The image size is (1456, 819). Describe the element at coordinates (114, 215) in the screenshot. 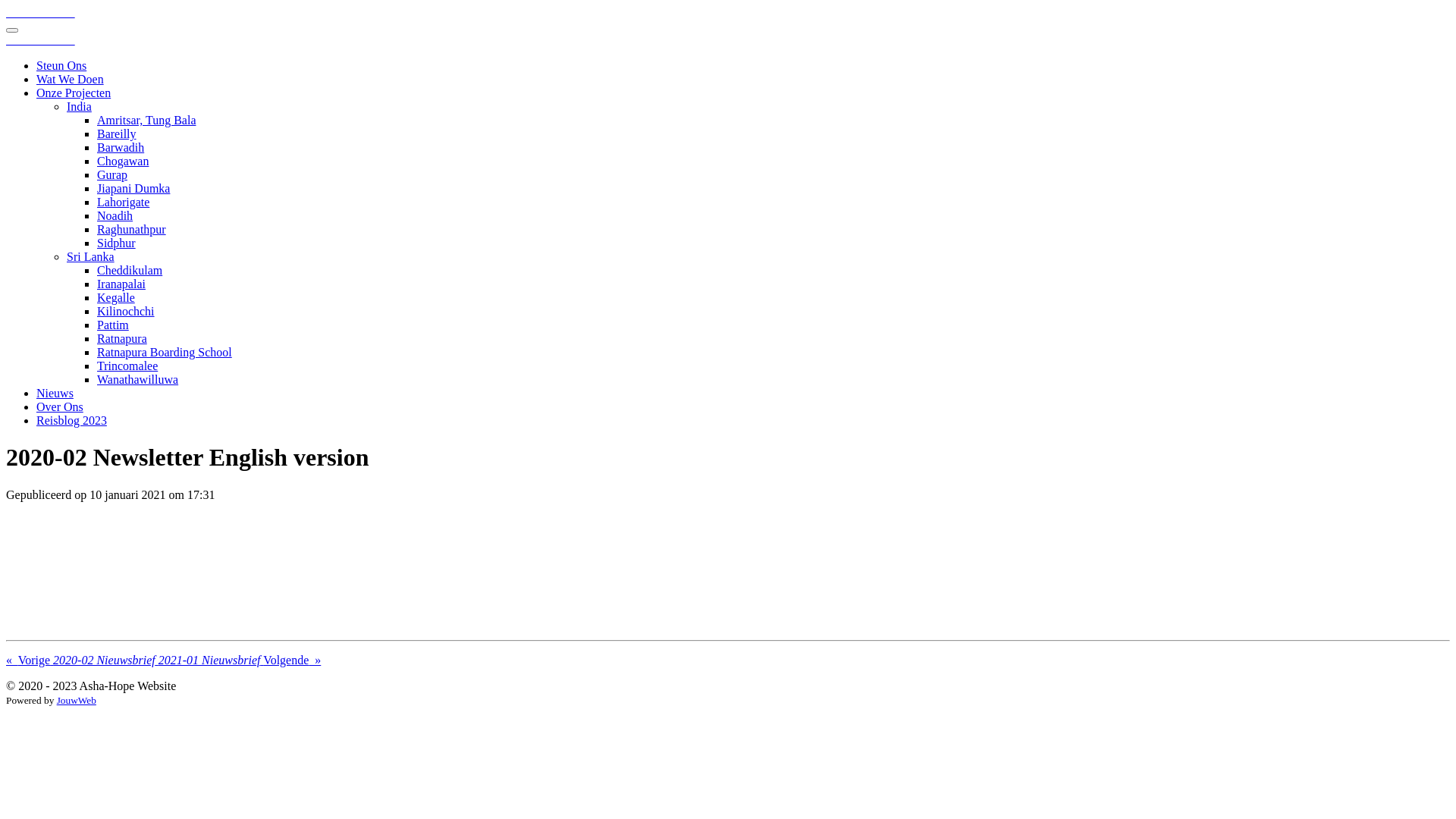

I see `'Noadih'` at that location.